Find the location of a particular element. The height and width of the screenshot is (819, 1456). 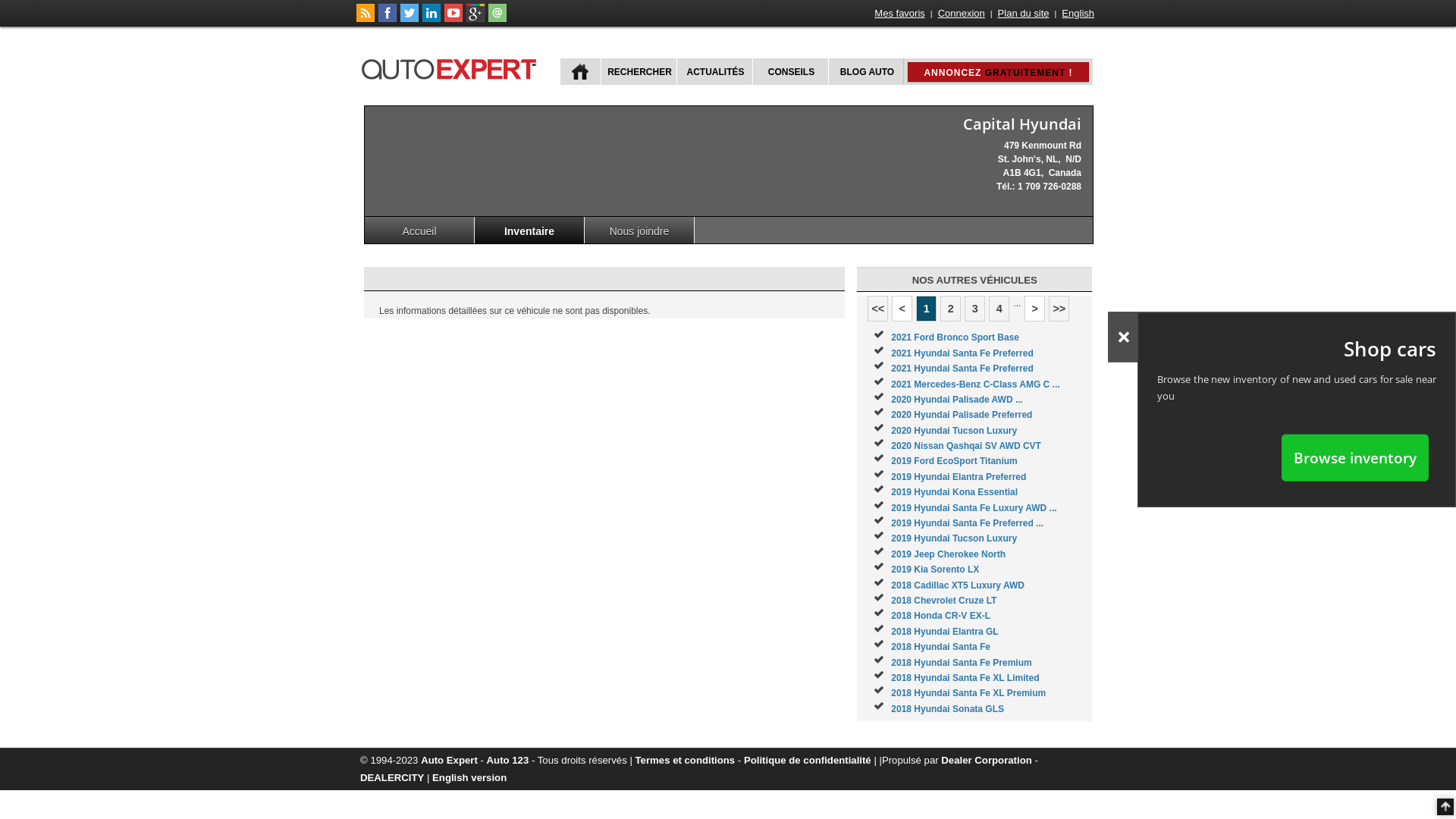

'>' is located at coordinates (1034, 308).